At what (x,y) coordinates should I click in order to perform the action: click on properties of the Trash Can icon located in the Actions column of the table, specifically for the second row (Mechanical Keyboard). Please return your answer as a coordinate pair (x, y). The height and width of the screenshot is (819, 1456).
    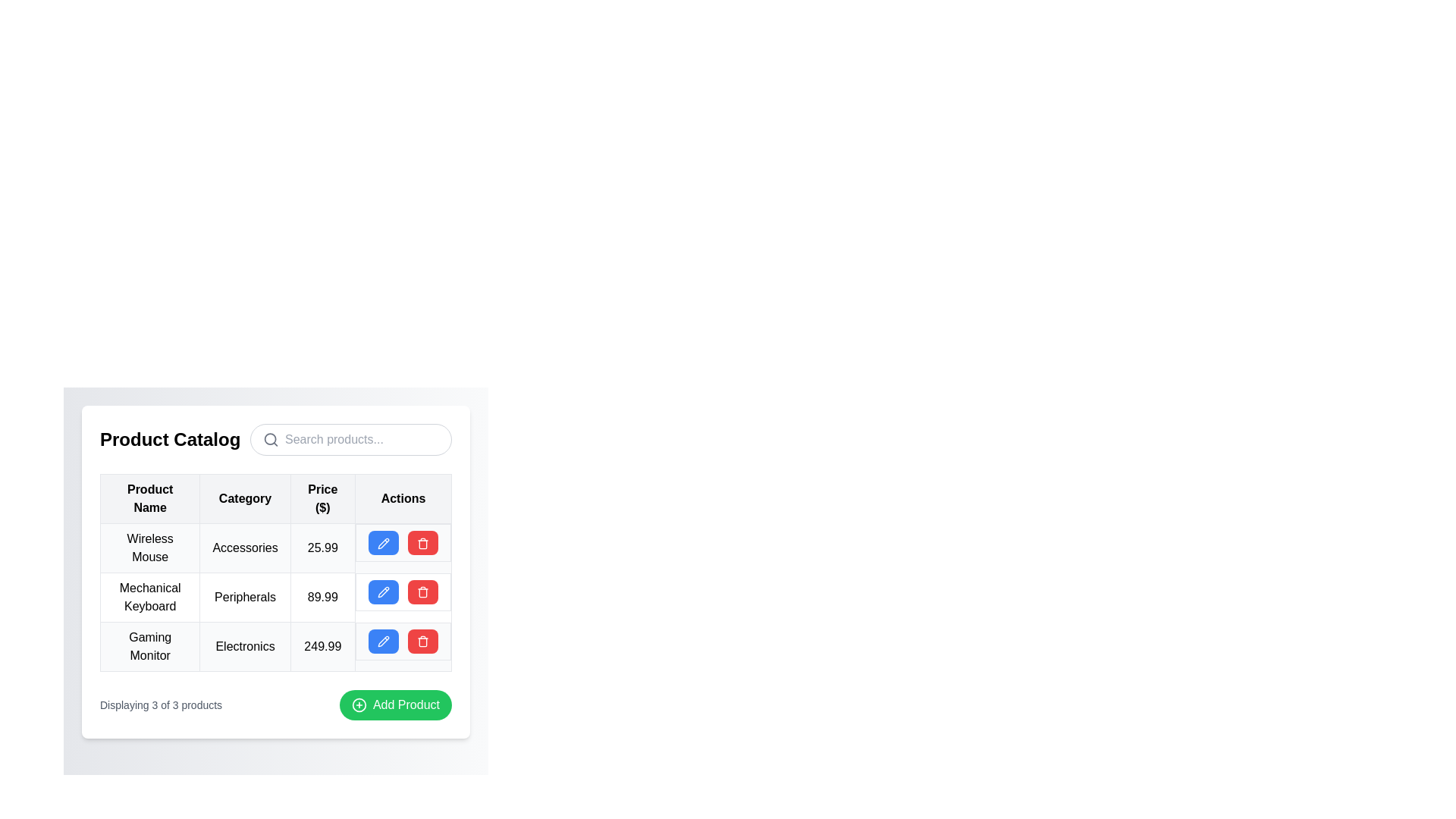
    Looking at the image, I should click on (422, 542).